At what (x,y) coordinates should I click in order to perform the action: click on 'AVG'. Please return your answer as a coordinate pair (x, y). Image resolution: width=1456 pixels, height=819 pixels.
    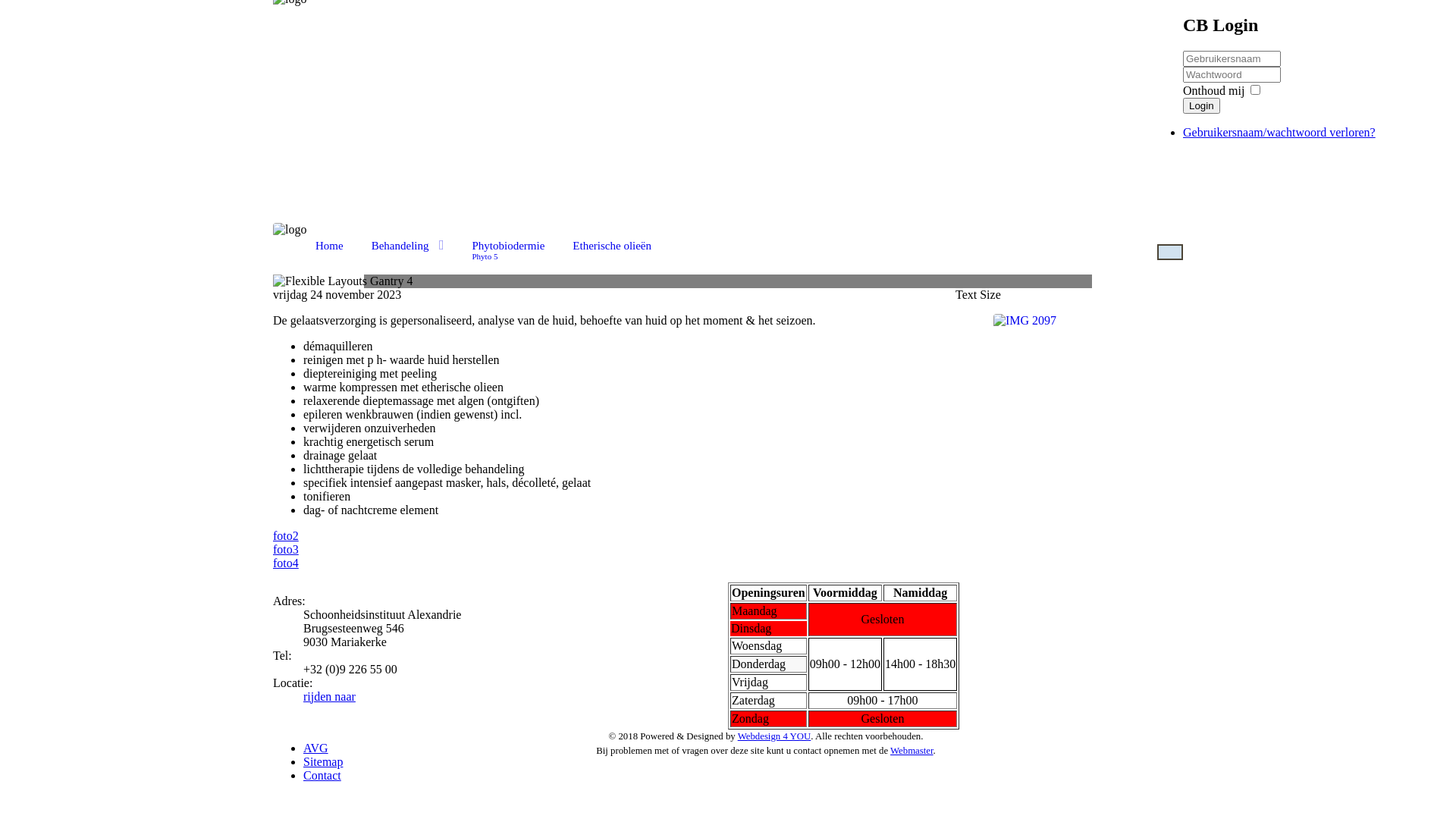
    Looking at the image, I should click on (315, 747).